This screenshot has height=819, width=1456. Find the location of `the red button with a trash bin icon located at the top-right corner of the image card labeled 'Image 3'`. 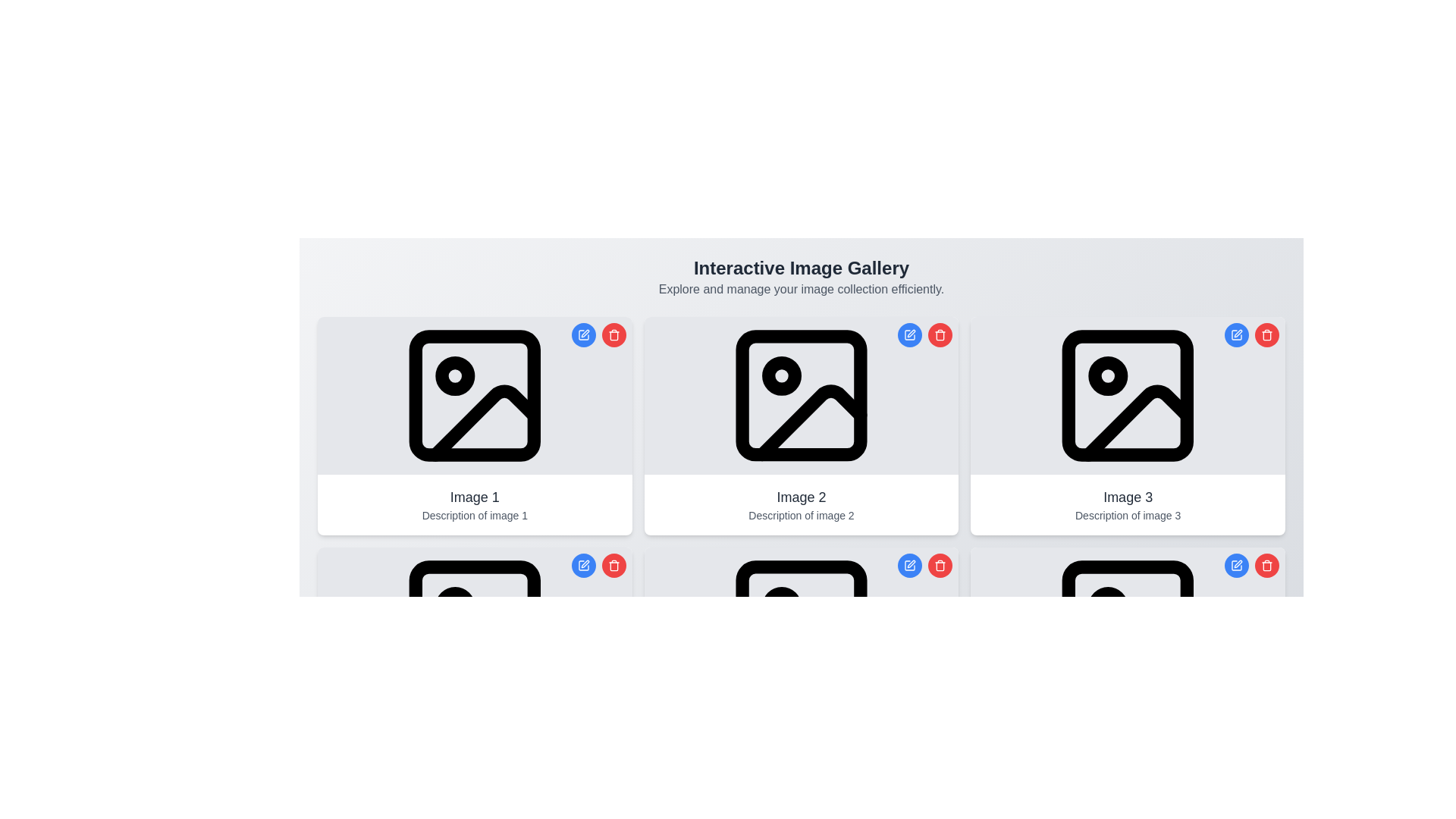

the red button with a trash bin icon located at the top-right corner of the image card labeled 'Image 3' is located at coordinates (1252, 334).